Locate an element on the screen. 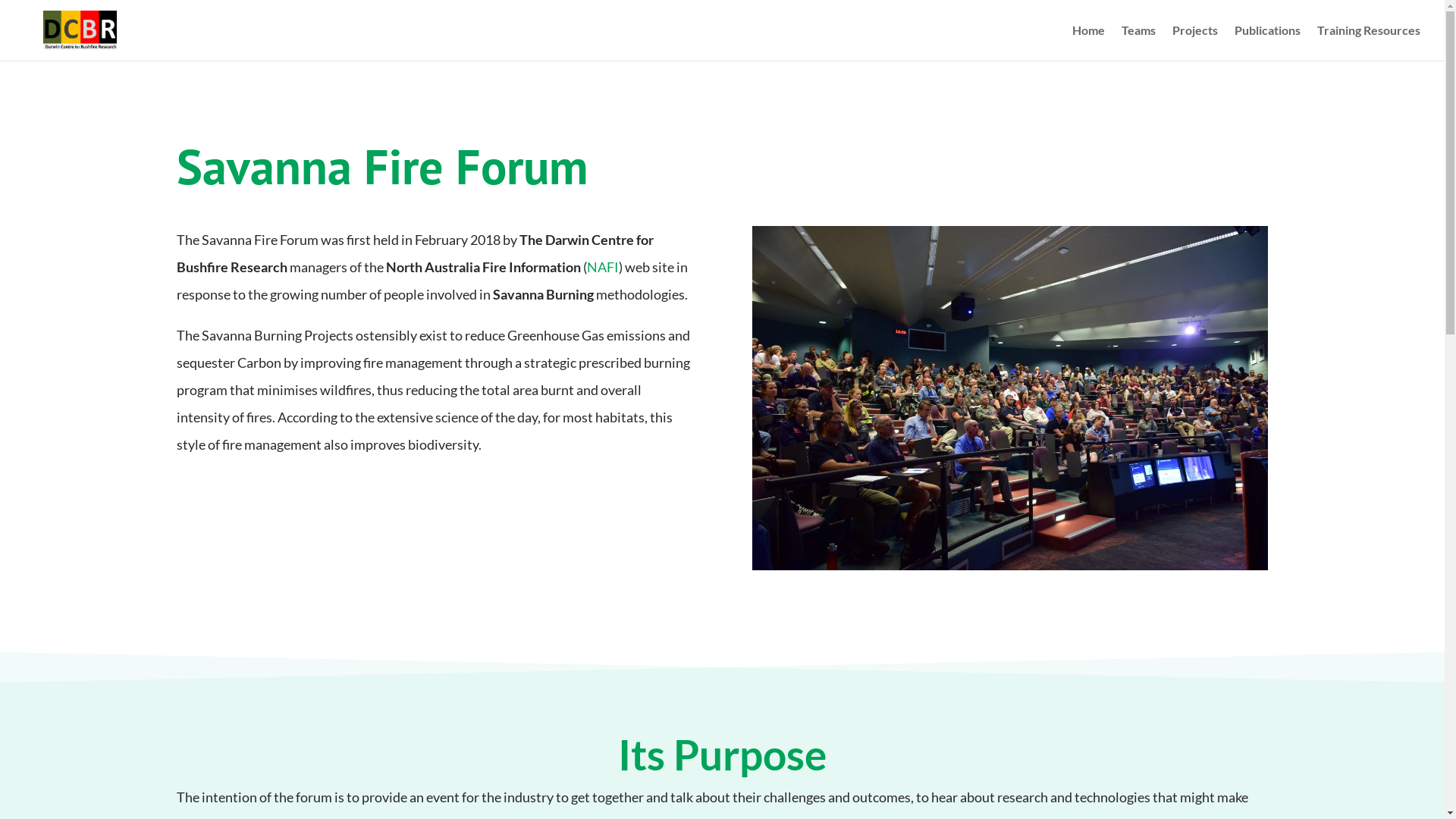  'Projects' is located at coordinates (1194, 42).